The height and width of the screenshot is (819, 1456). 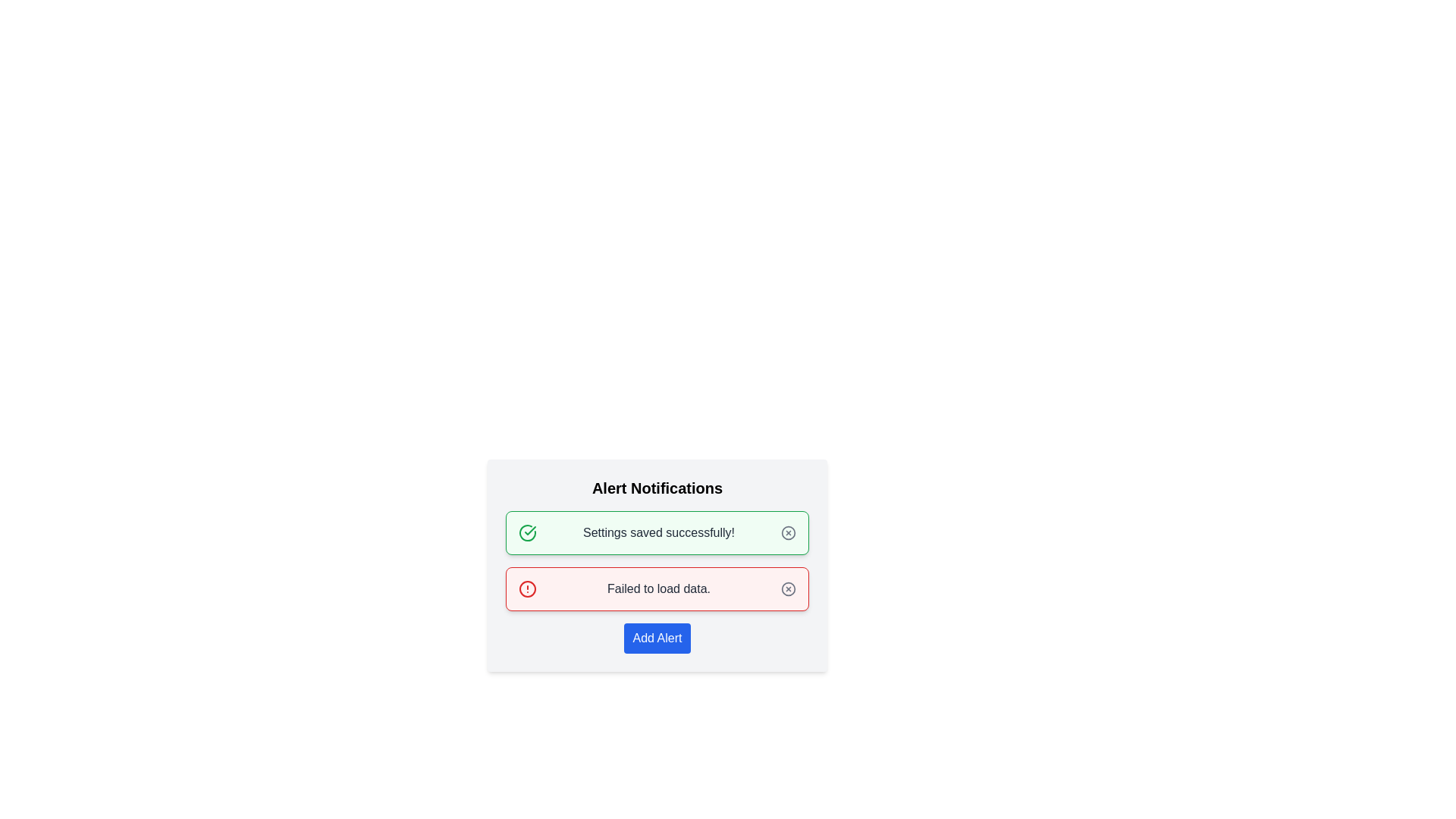 I want to click on the error message text label located in the second alert box, which indicates an issue with loading data, so click(x=658, y=588).